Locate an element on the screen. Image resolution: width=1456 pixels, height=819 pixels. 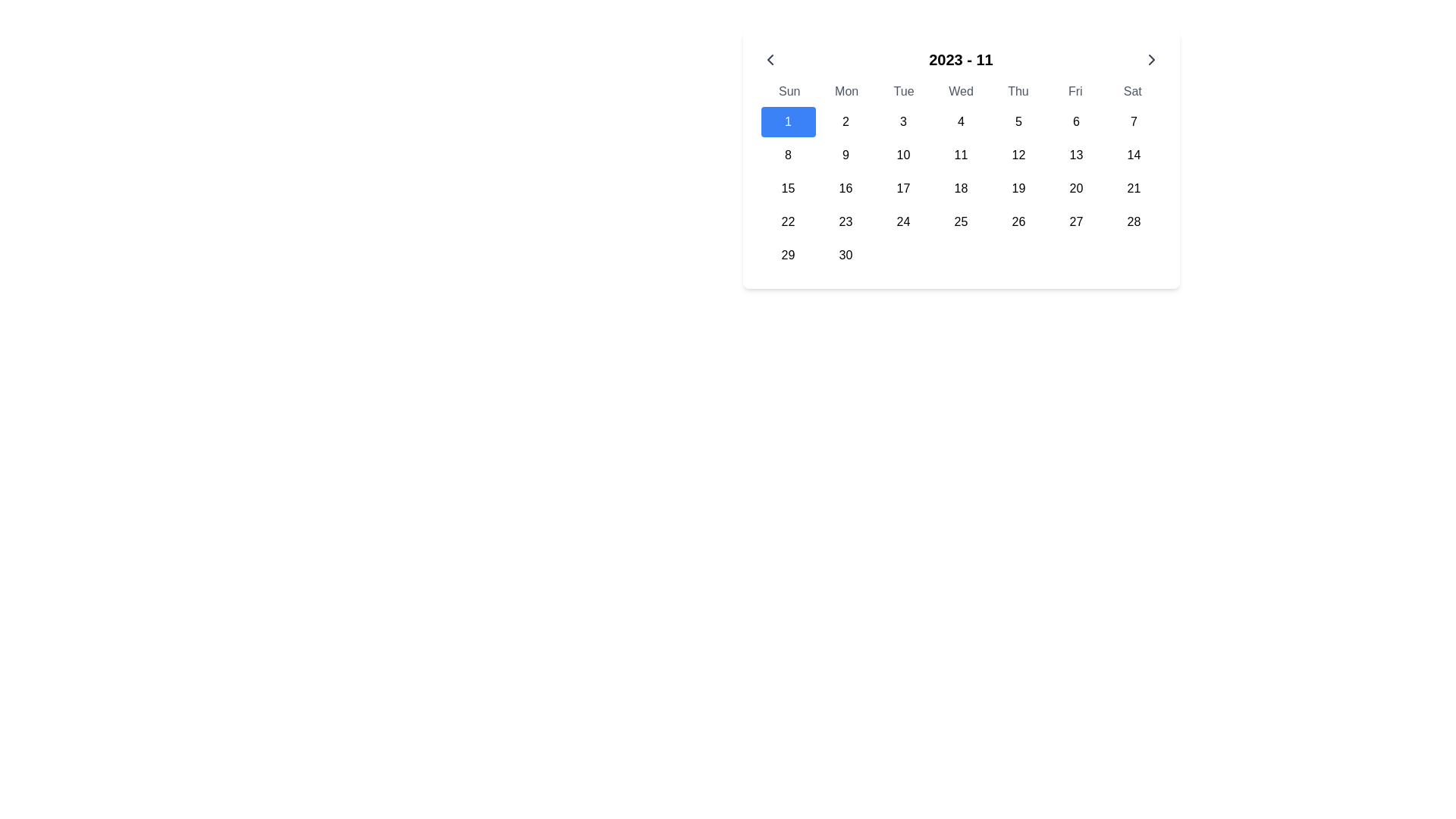
the right navigation chevron icon, which is a triangular arrowhead pointing to the right, located at the top-right corner of the calendar interface next to the month and year display is located at coordinates (1152, 58).